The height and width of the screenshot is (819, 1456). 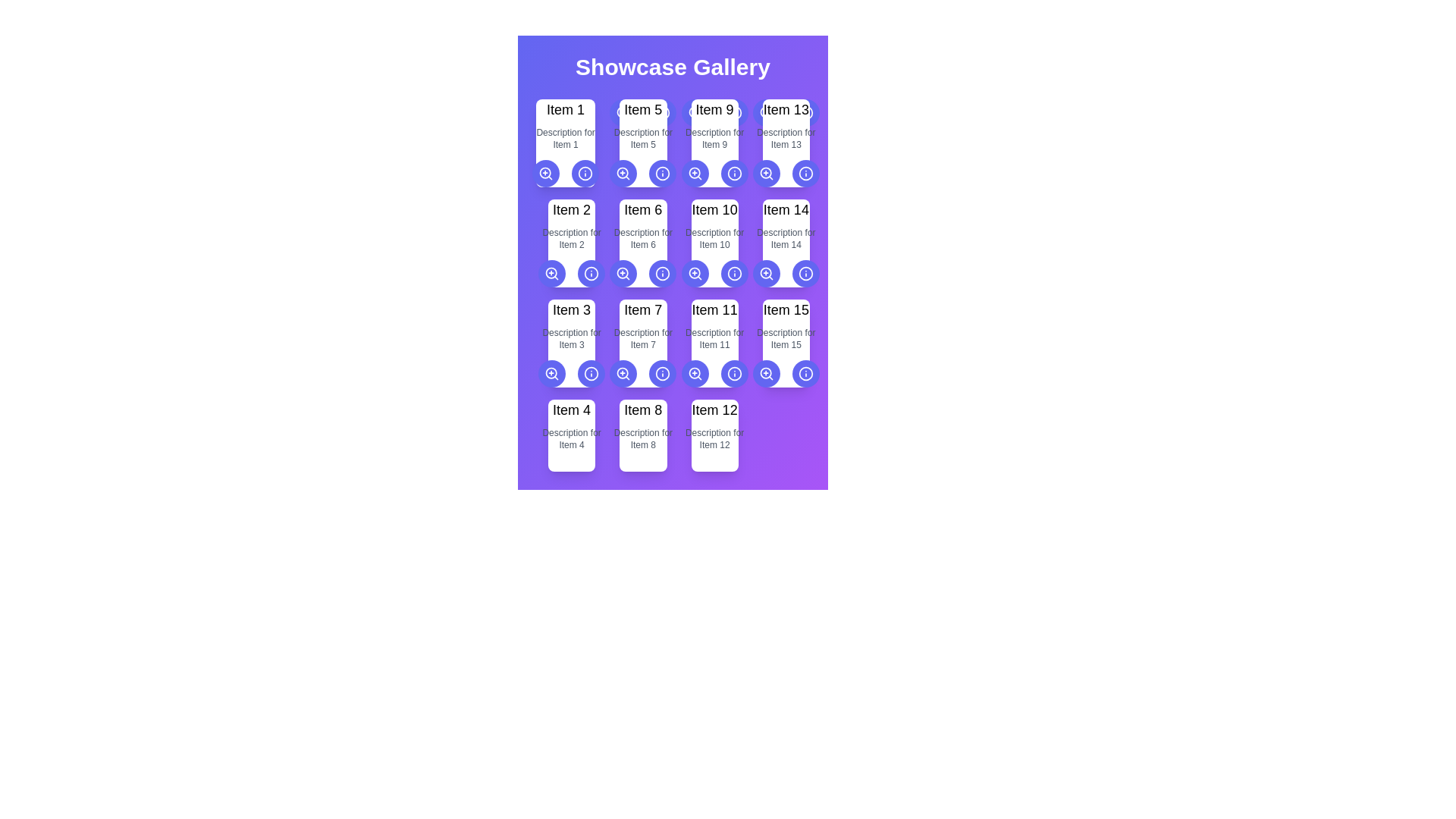 What do you see at coordinates (663, 374) in the screenshot?
I see `the SVG circle component with a blue outline located within the info icon for 'Item 11' in the grid layout` at bounding box center [663, 374].